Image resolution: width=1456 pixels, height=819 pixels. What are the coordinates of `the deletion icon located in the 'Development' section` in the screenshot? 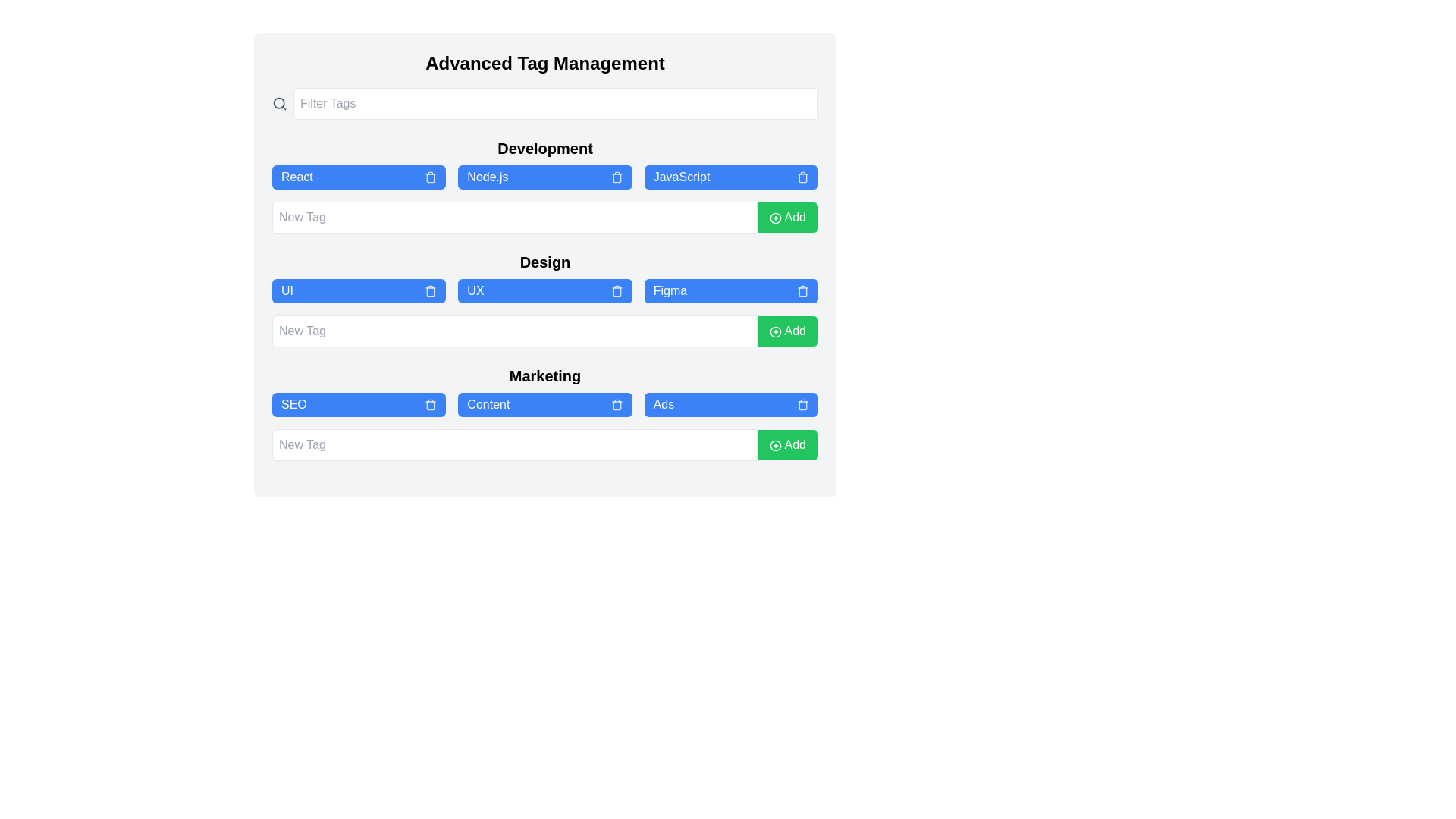 It's located at (801, 177).